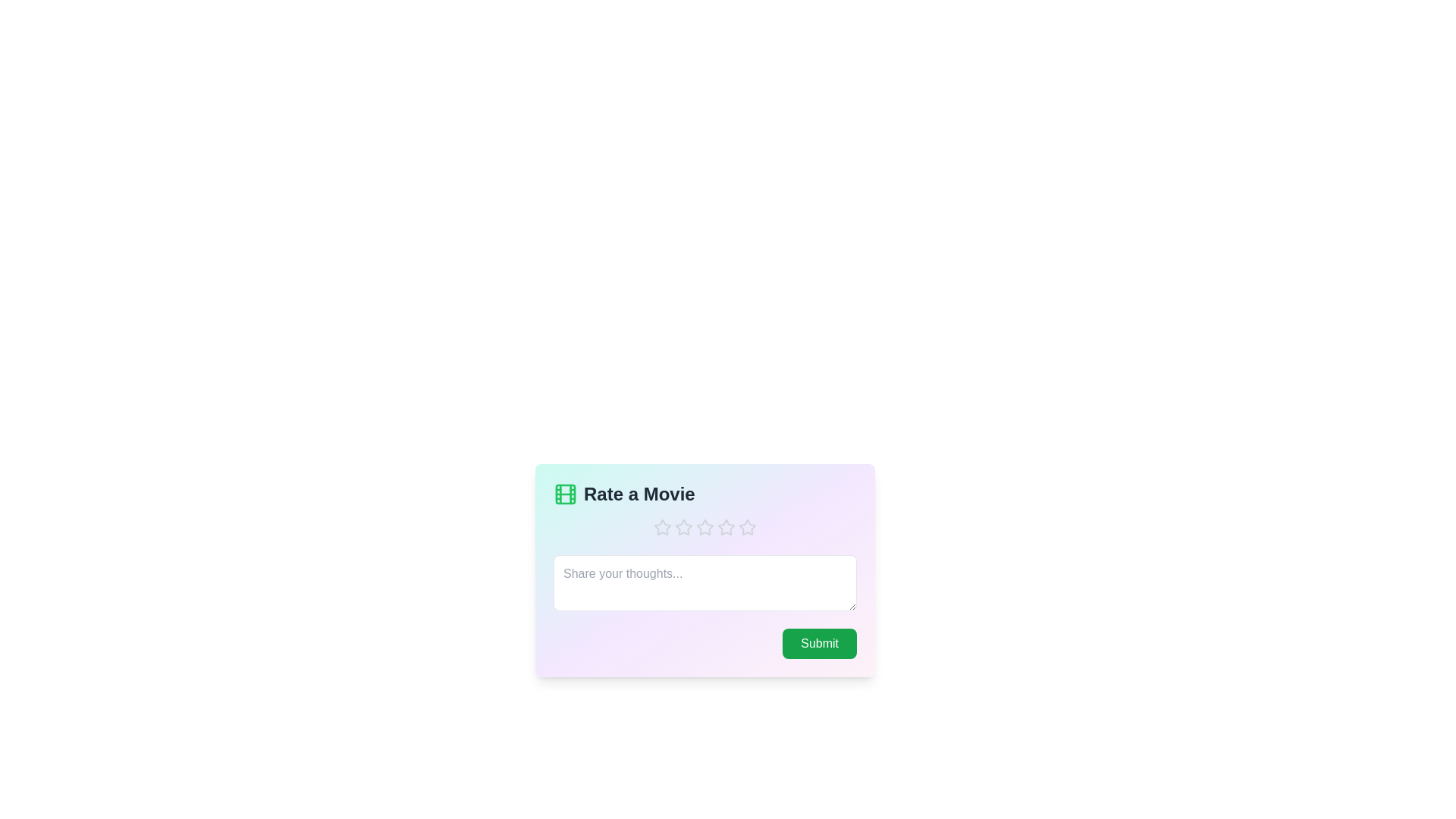  Describe the element at coordinates (747, 526) in the screenshot. I see `the star corresponding to the 5 value to set the rating` at that location.